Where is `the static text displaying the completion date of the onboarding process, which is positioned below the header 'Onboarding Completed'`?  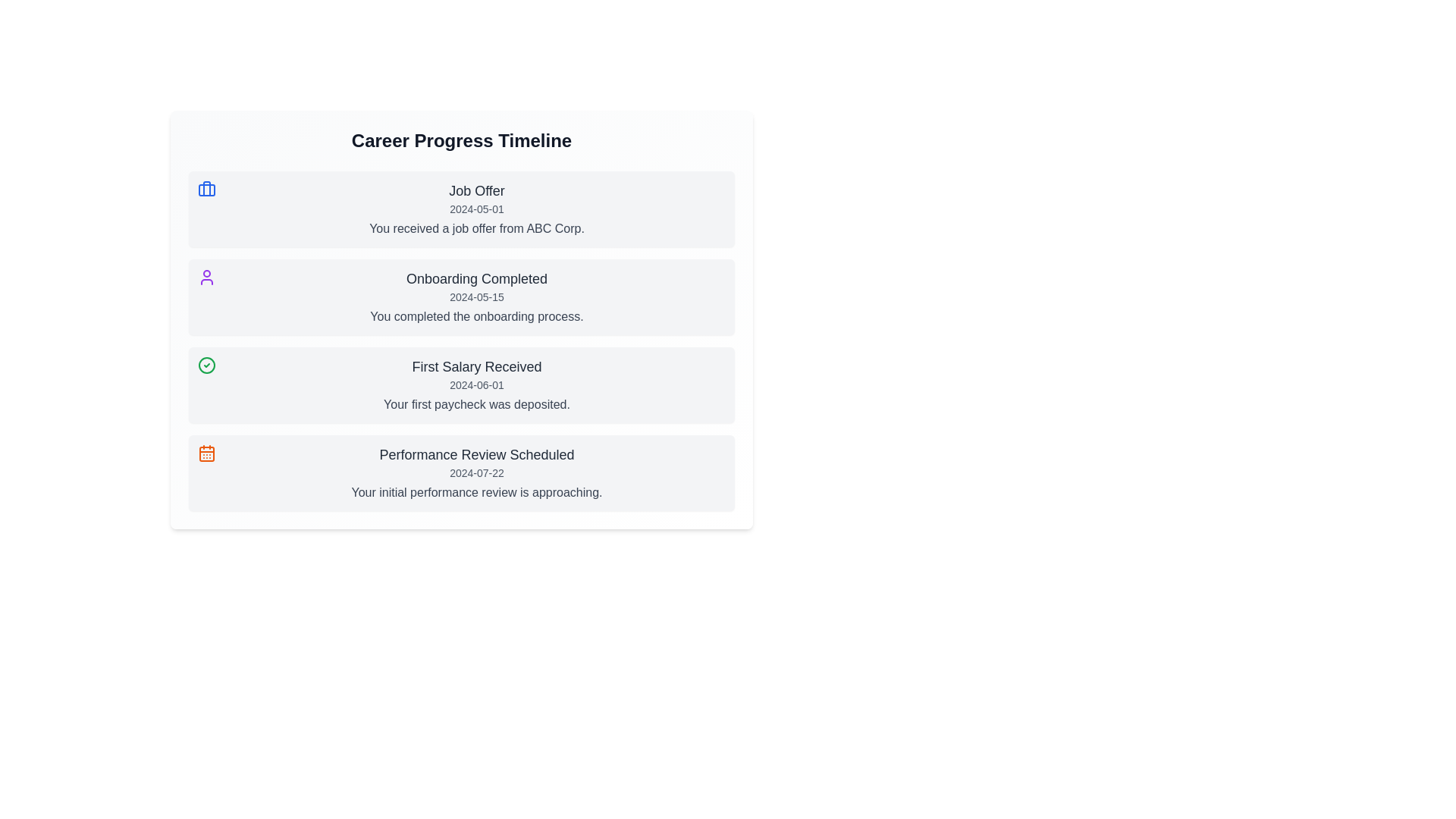 the static text displaying the completion date of the onboarding process, which is positioned below the header 'Onboarding Completed' is located at coordinates (475, 297).